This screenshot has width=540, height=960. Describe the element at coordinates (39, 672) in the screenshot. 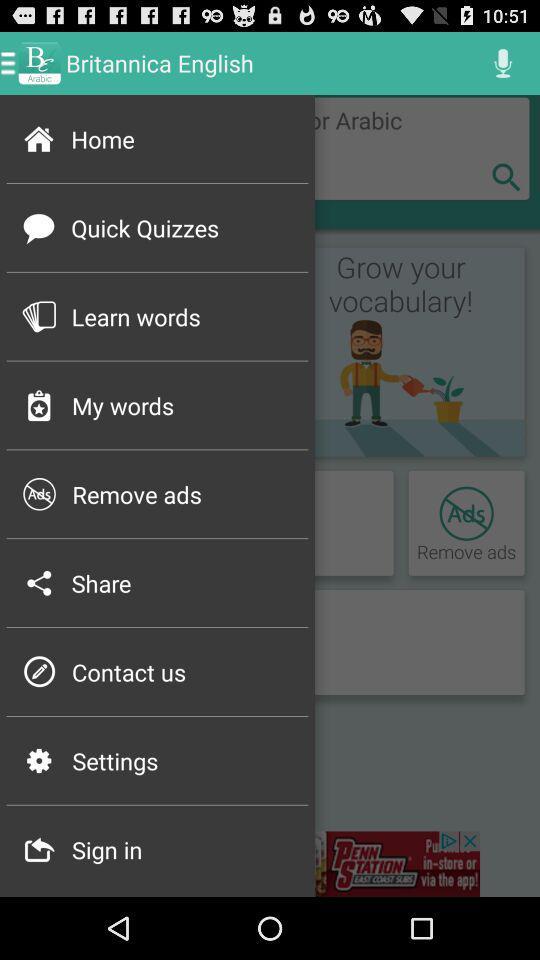

I see `the app to the left of contact us` at that location.